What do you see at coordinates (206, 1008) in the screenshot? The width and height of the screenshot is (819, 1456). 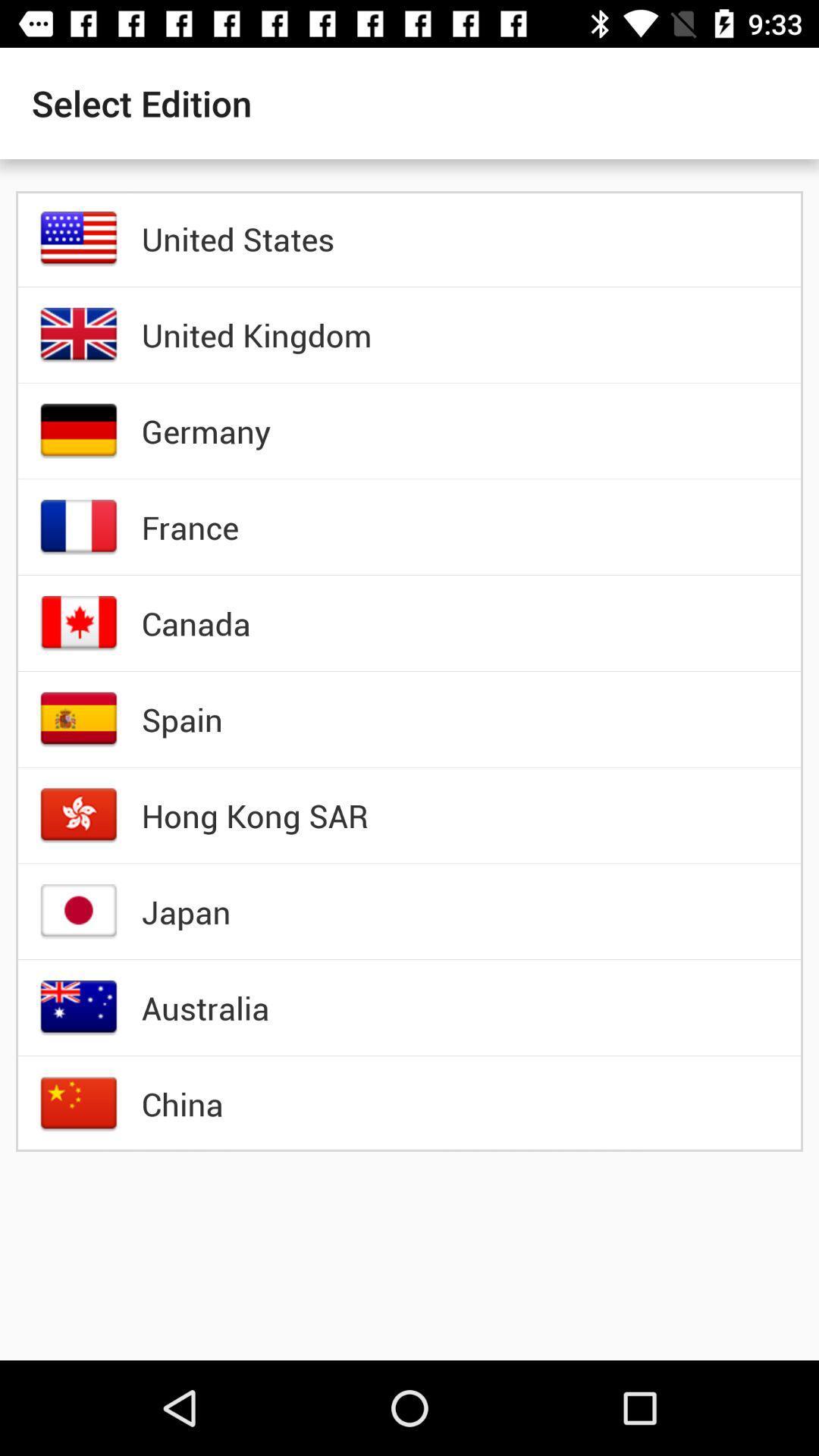 I see `australia` at bounding box center [206, 1008].